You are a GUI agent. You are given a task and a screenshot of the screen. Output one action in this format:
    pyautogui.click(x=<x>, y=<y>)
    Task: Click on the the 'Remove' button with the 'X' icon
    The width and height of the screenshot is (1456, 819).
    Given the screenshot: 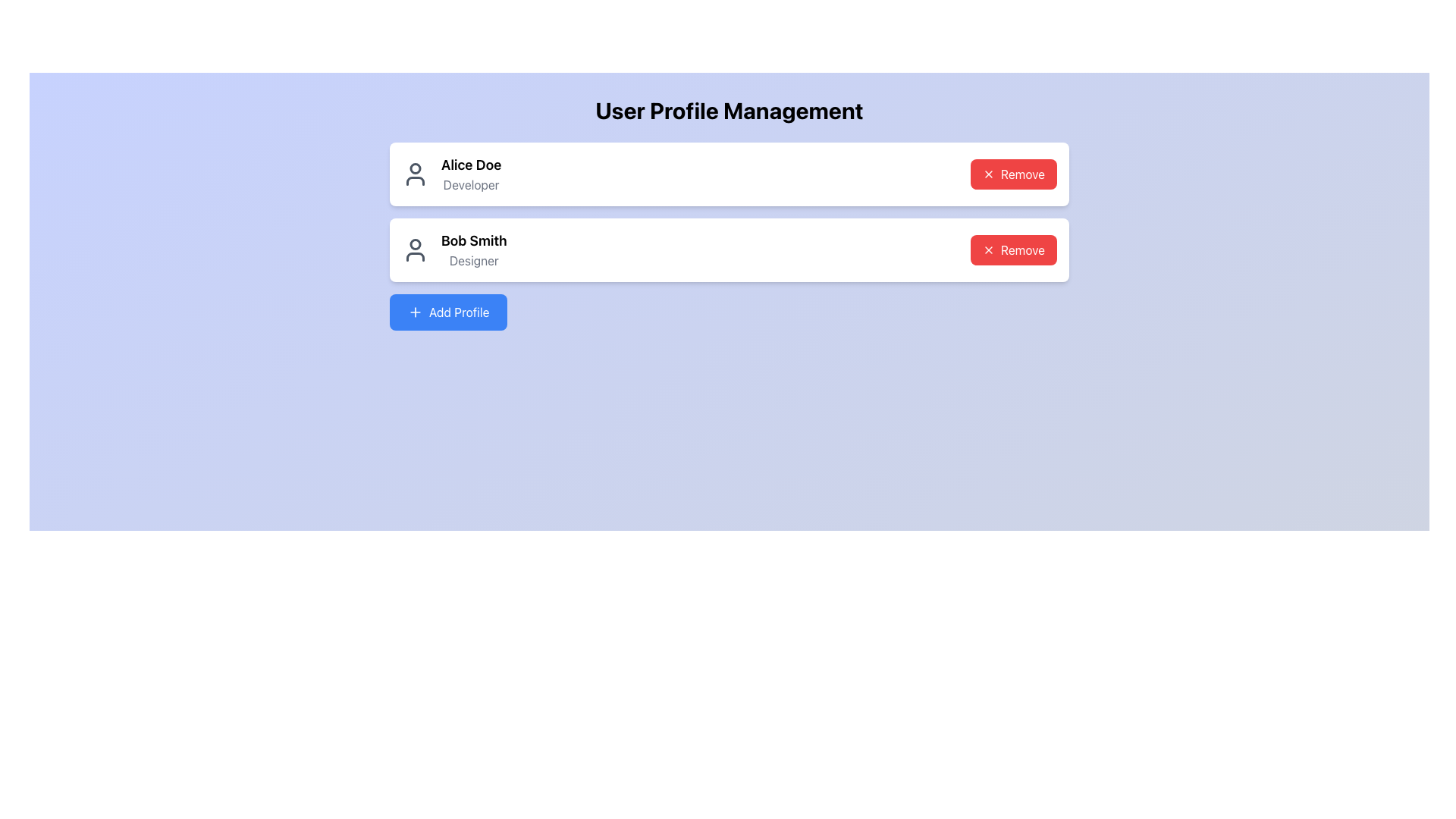 What is the action you would take?
    pyautogui.click(x=1022, y=249)
    